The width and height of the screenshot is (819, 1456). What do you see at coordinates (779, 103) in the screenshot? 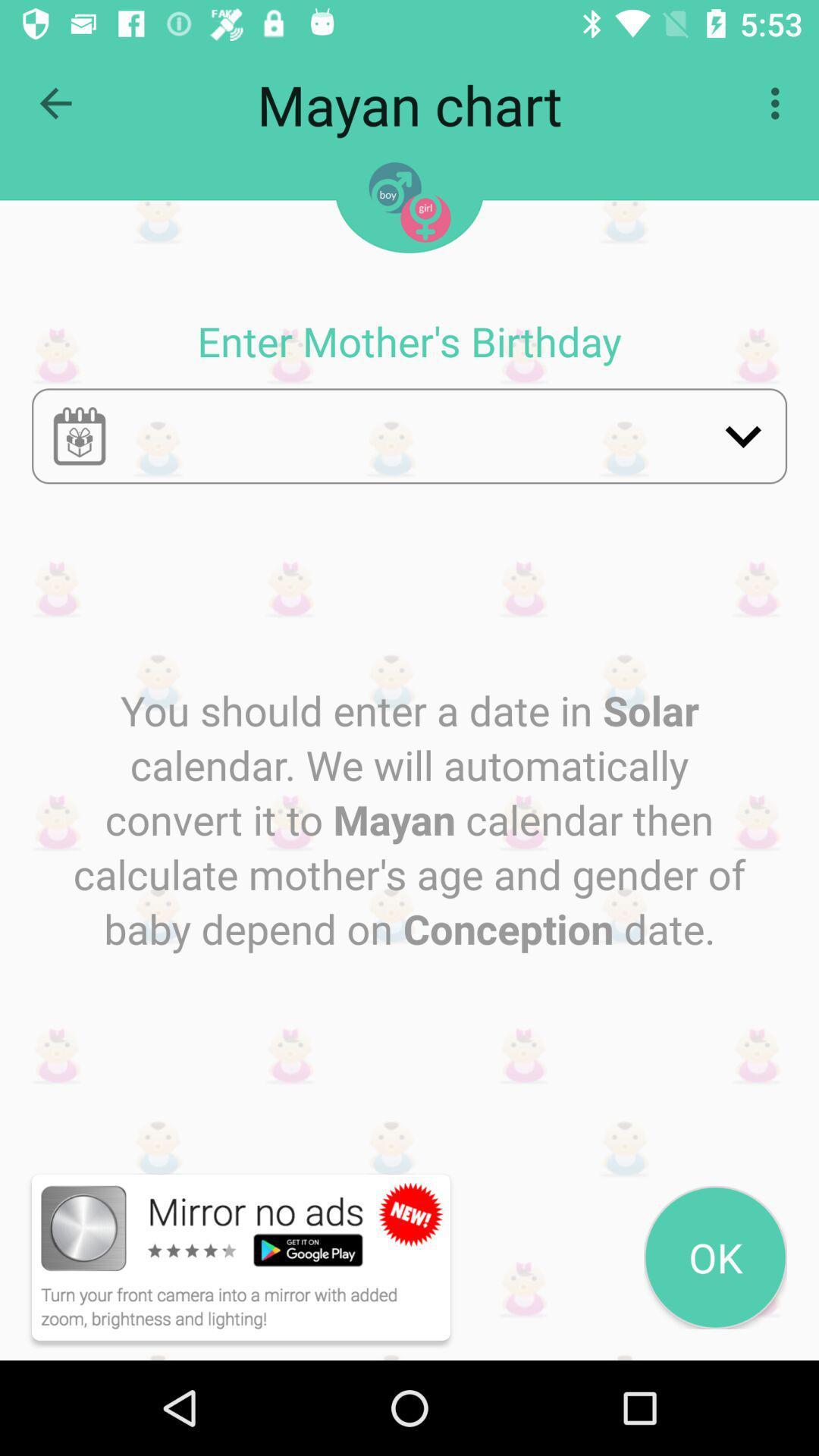
I see `the three dots button on the top right corner of the web page` at bounding box center [779, 103].